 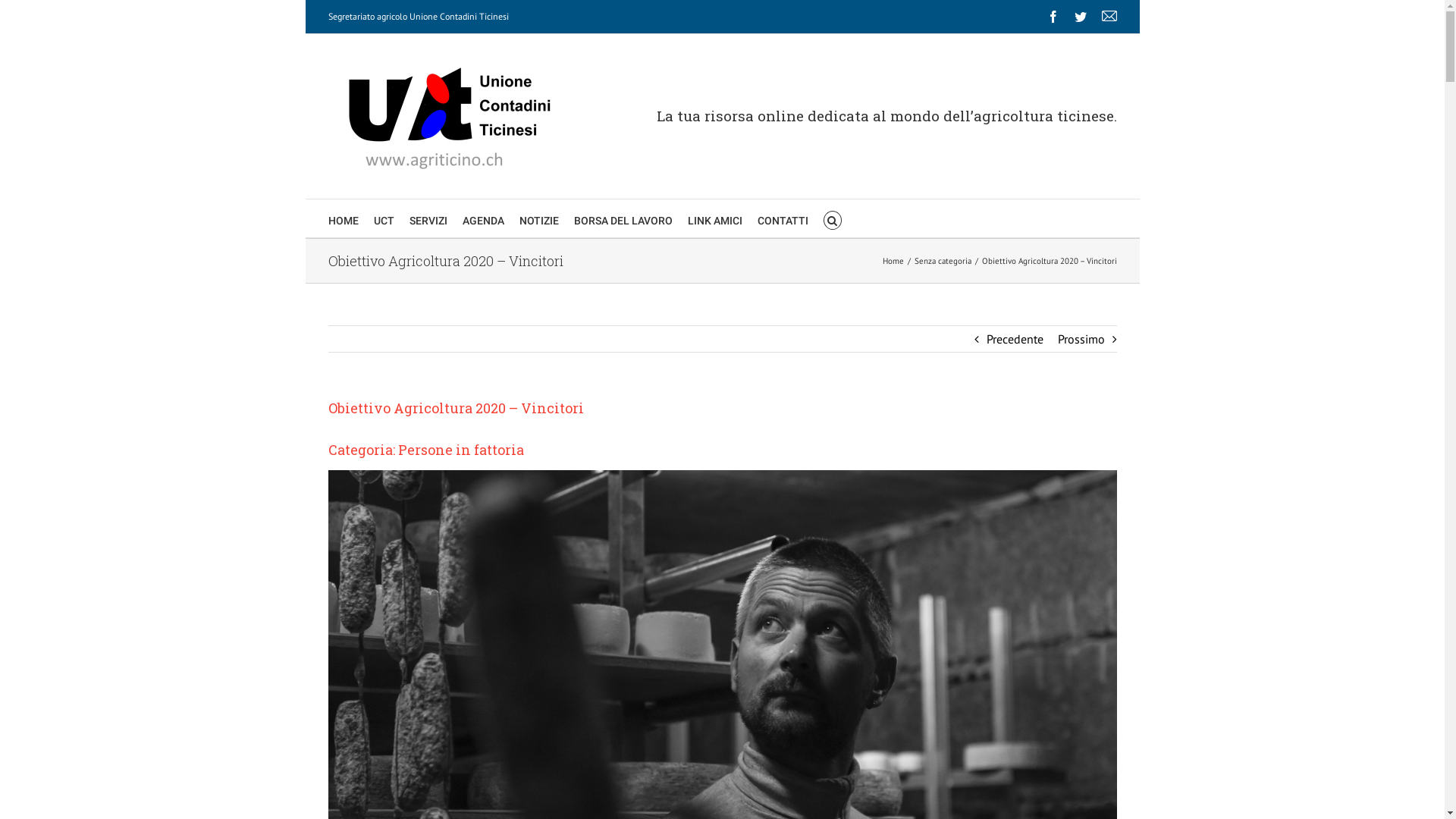 I want to click on 'facebook', so click(x=1051, y=17).